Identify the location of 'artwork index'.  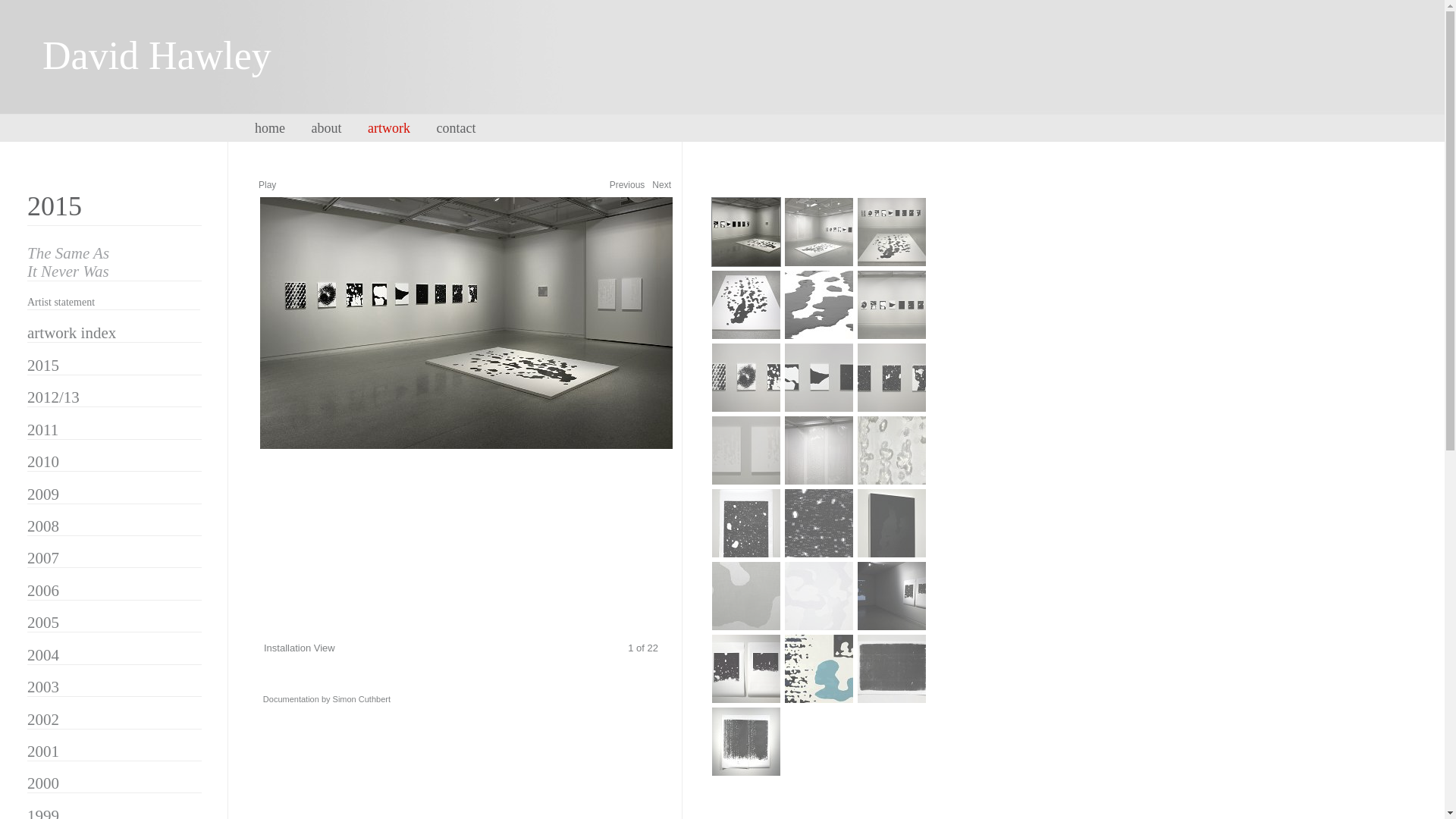
(71, 332).